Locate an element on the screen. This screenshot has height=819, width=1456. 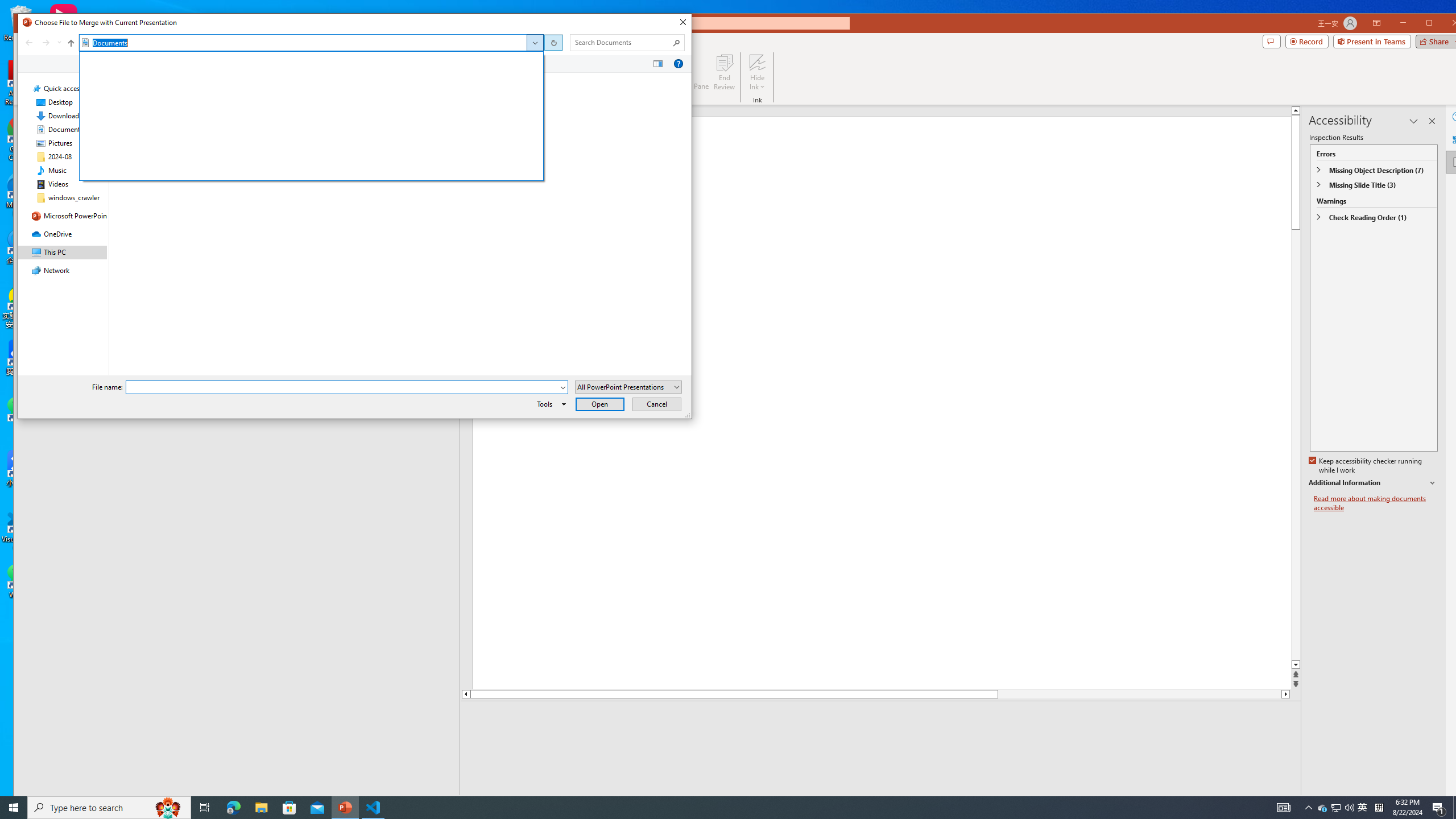
'Microsoft Edge' is located at coordinates (233, 806).